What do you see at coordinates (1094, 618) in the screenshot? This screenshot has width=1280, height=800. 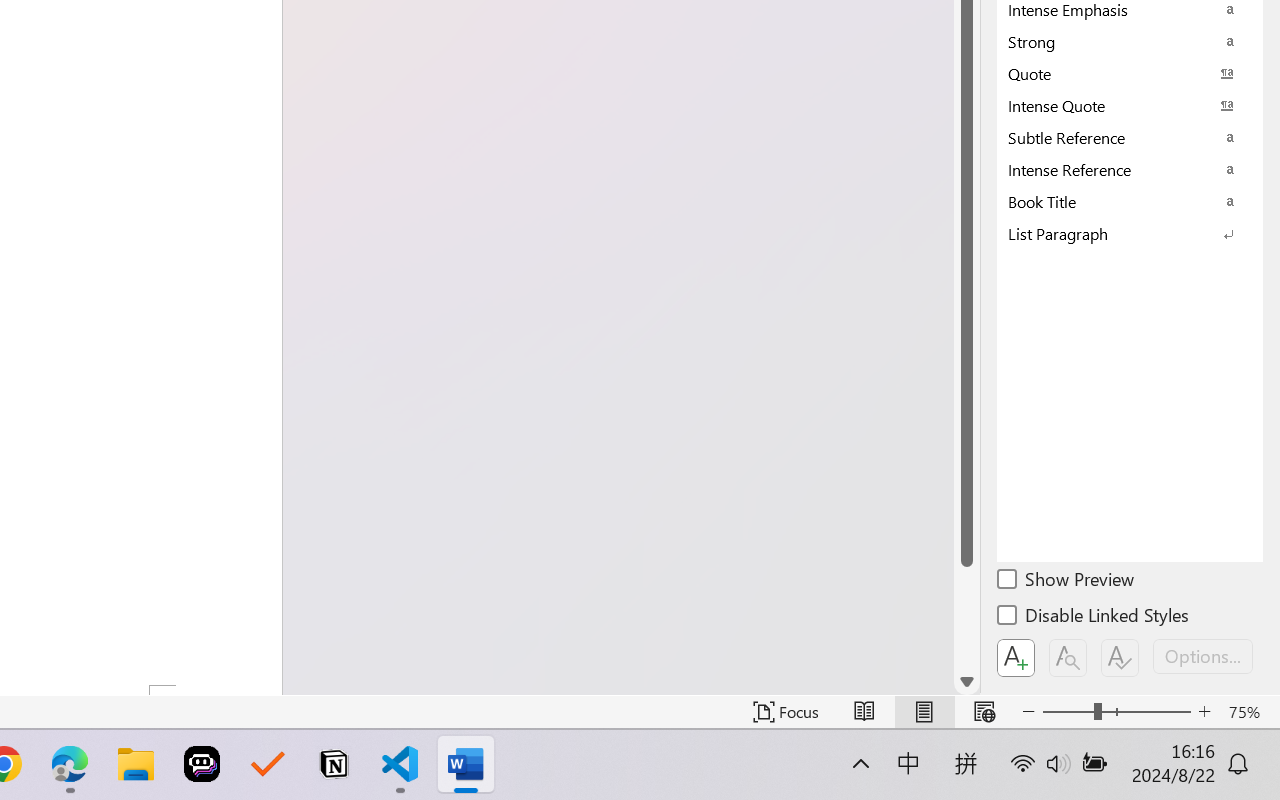 I see `'Disable Linked Styles'` at bounding box center [1094, 618].